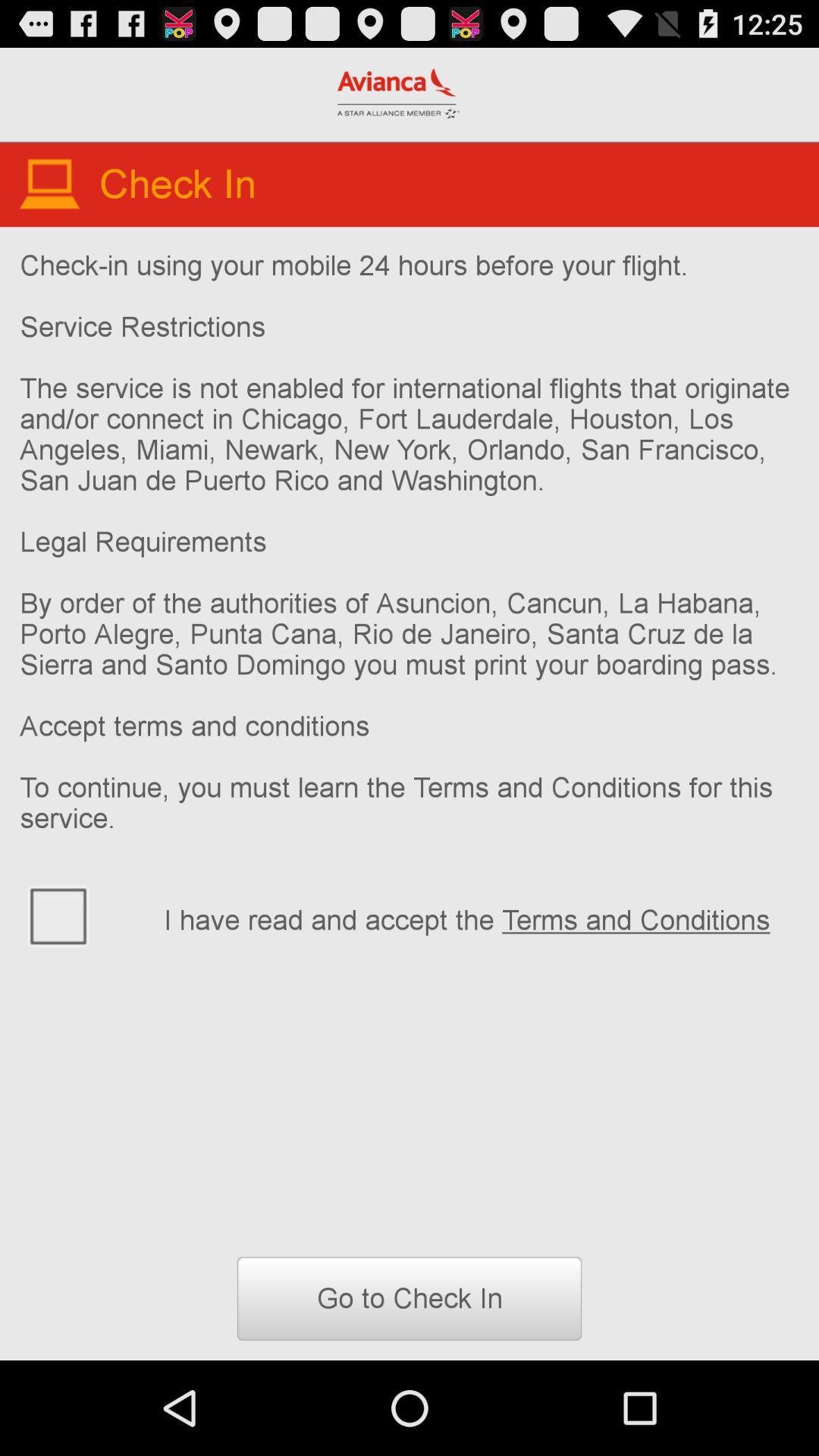 This screenshot has width=819, height=1456. Describe the element at coordinates (409, 1298) in the screenshot. I see `go to check button` at that location.